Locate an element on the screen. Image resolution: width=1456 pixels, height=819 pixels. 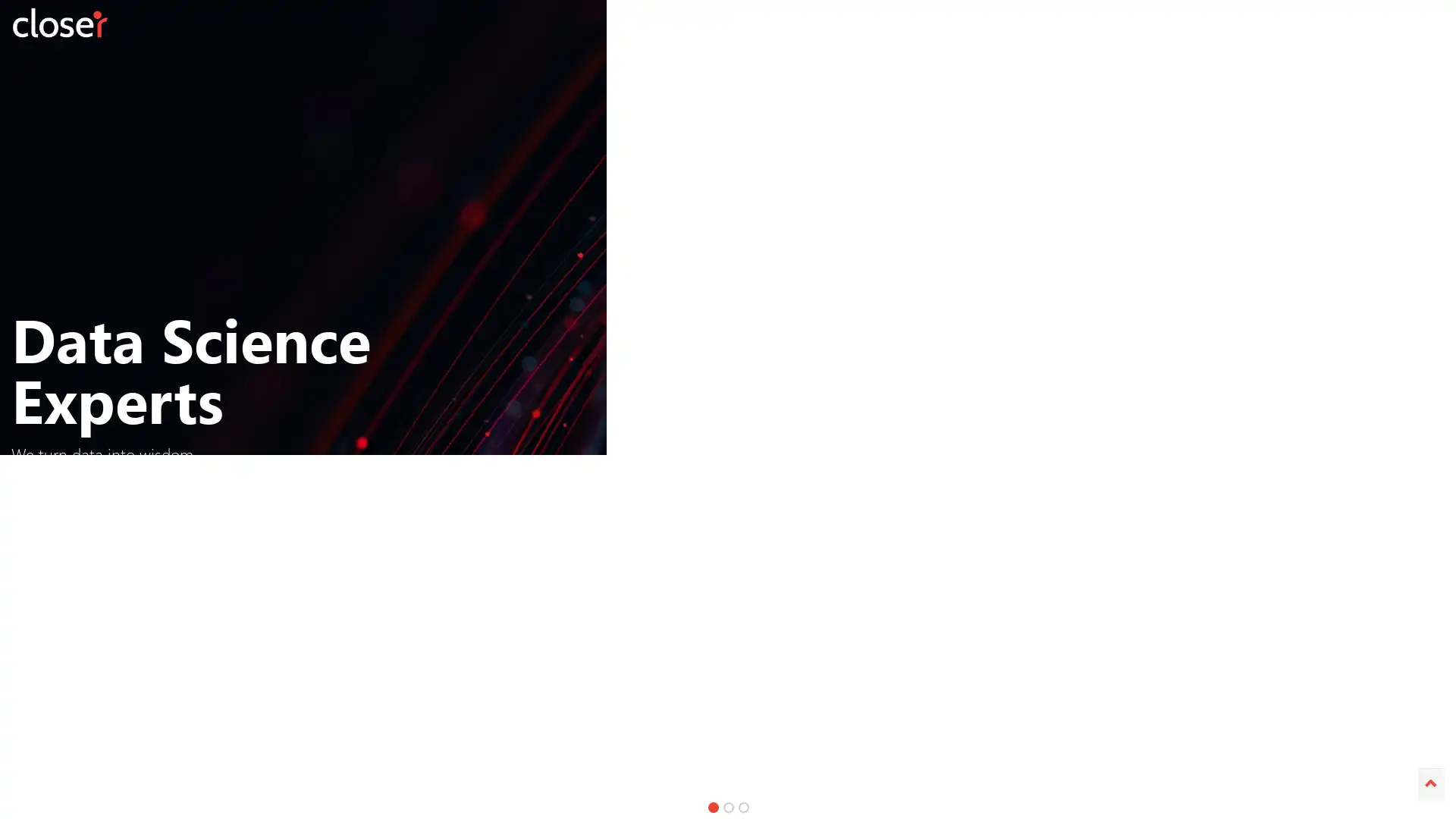
Discover our successful path is located at coordinates (720, 495).